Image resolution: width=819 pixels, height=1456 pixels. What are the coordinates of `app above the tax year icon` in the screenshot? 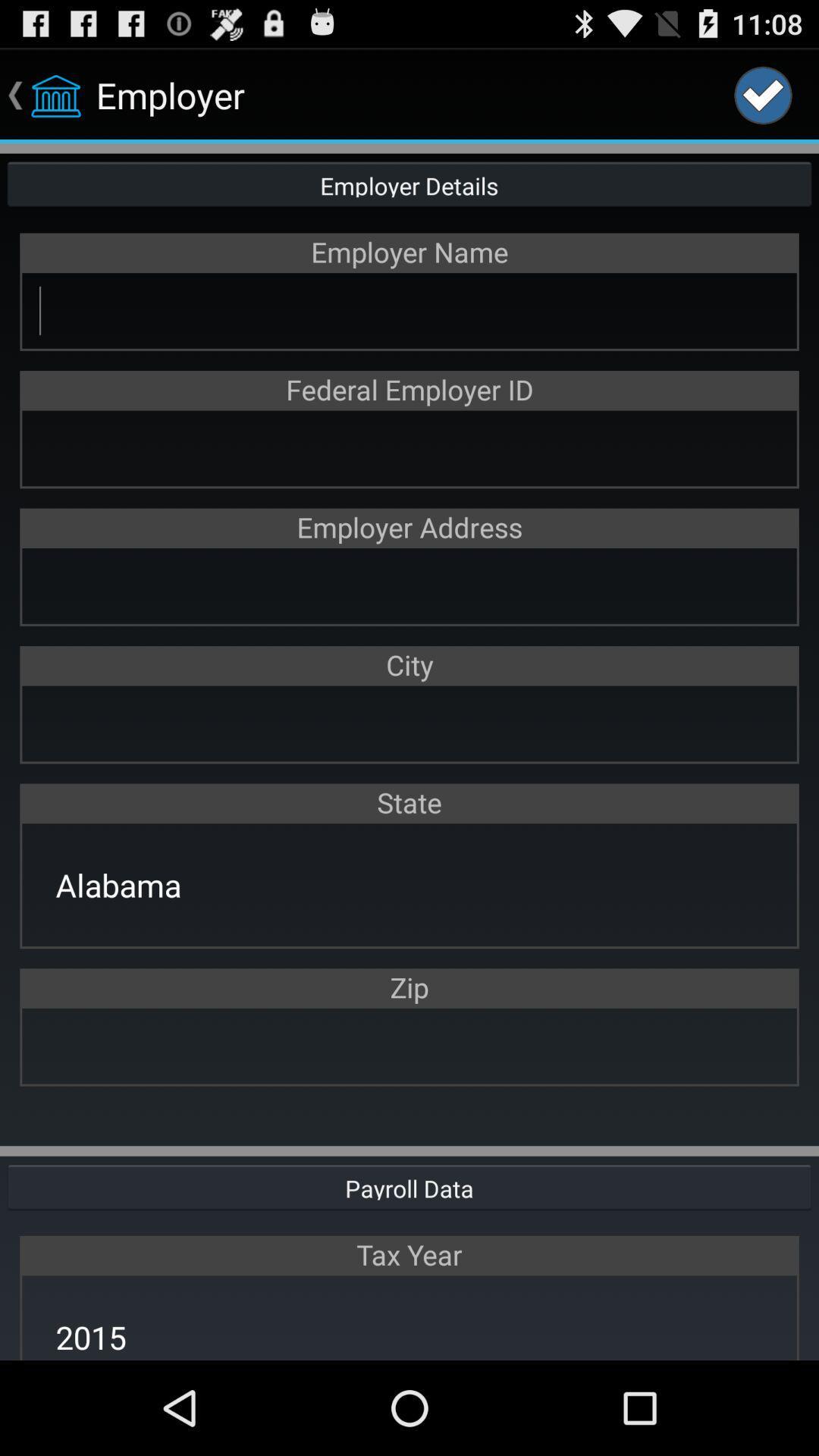 It's located at (409, 1185).